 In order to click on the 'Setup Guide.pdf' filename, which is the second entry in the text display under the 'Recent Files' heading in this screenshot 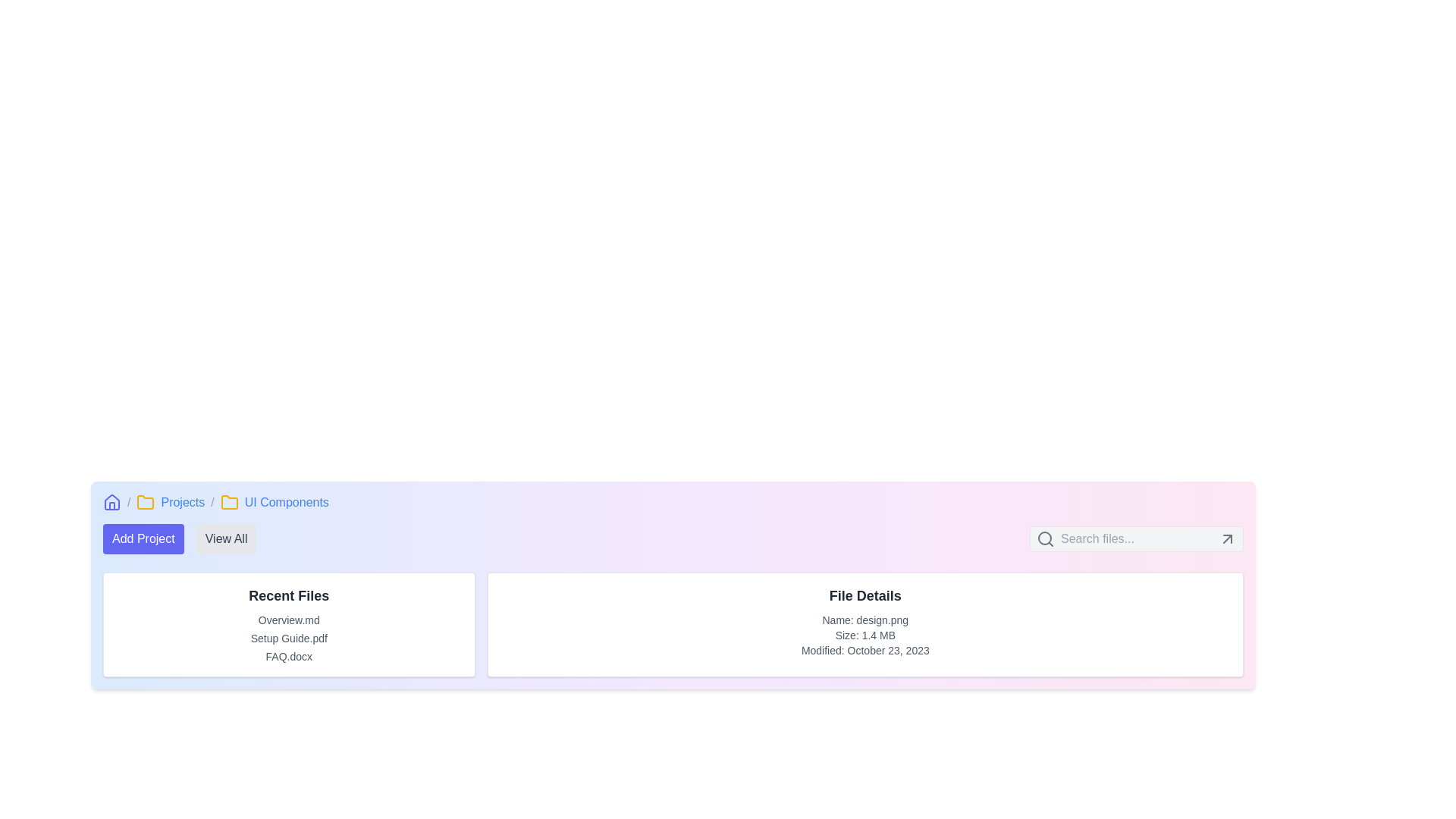, I will do `click(289, 638)`.